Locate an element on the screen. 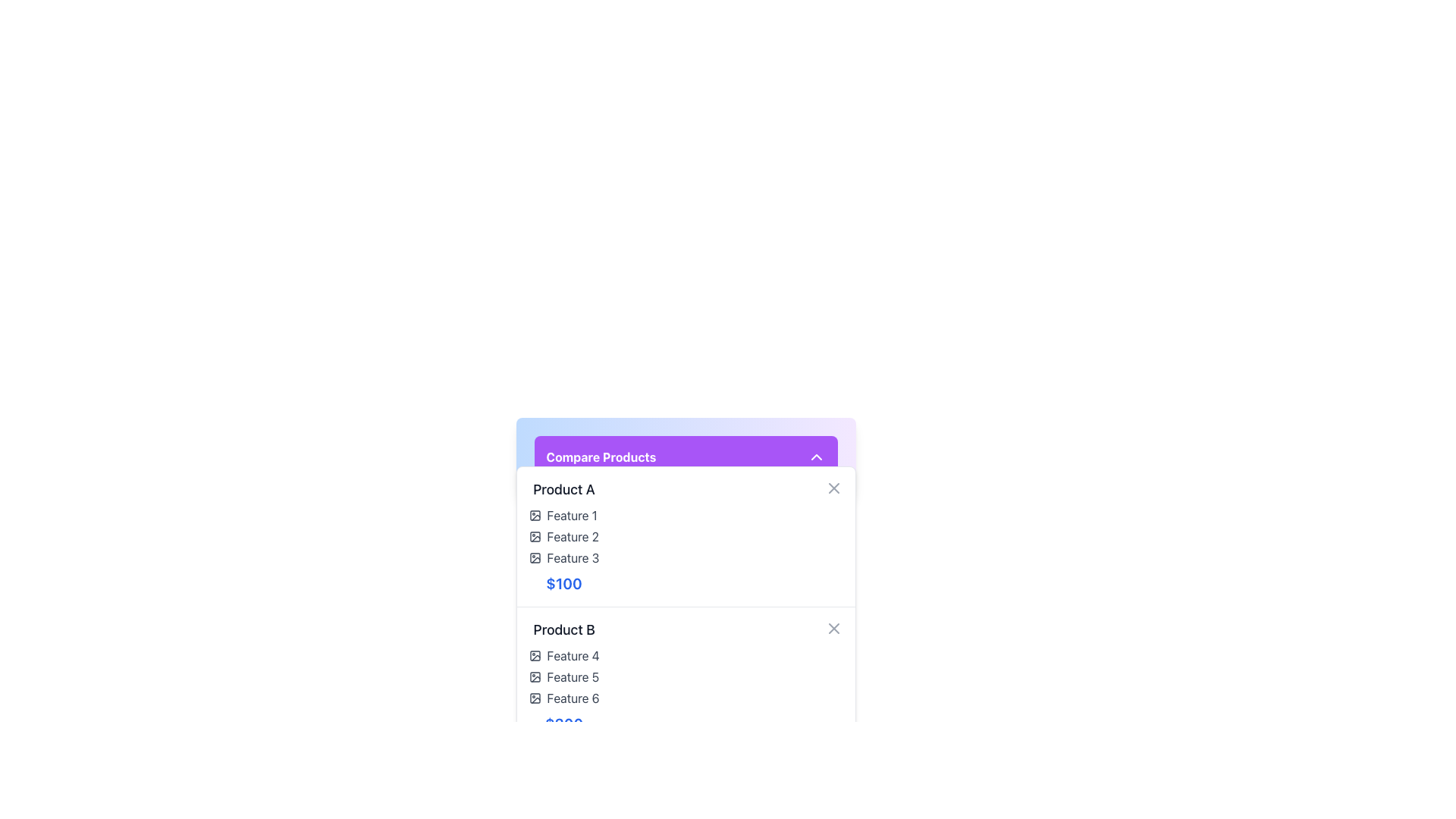 The width and height of the screenshot is (1456, 819). the third list item under 'Product A', which contains an icon and text describing a feature of the product is located at coordinates (563, 558).